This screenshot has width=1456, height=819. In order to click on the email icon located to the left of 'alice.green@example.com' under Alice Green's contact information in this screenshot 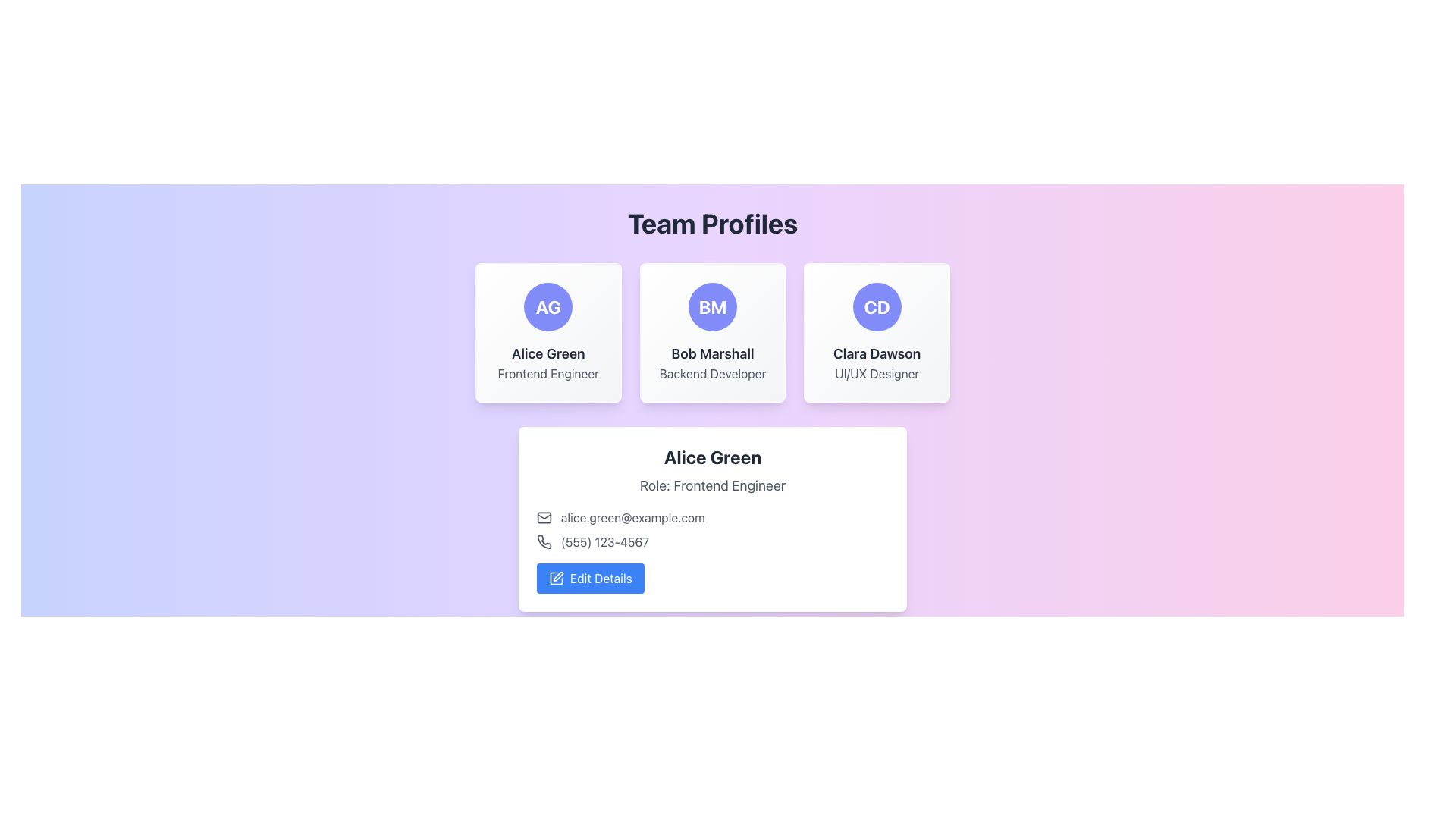, I will do `click(544, 516)`.